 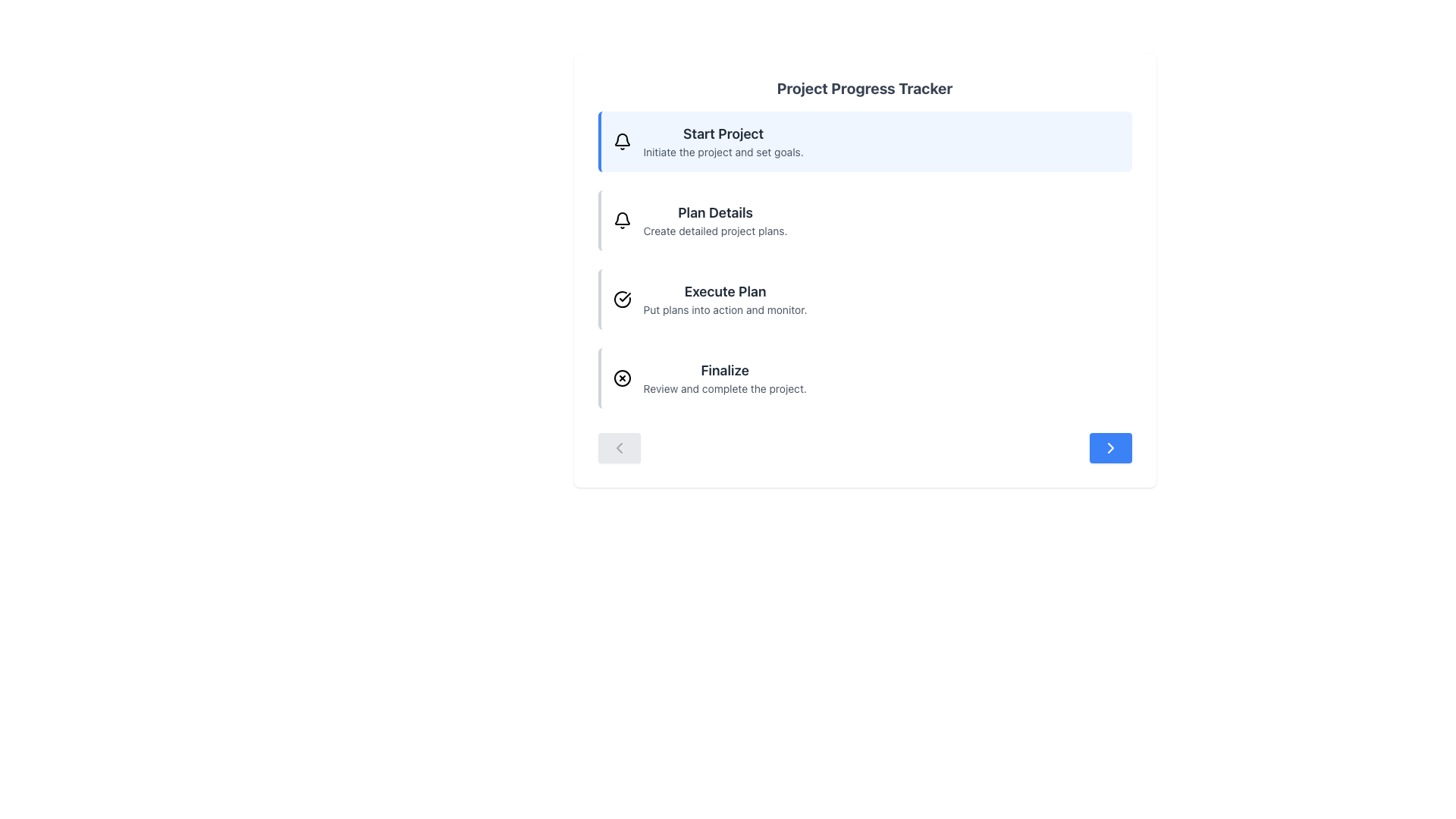 I want to click on the static text providing guidance related to the 'Finalize' step in the sequence, positioned directly below the 'Finalize' header, so click(x=724, y=388).